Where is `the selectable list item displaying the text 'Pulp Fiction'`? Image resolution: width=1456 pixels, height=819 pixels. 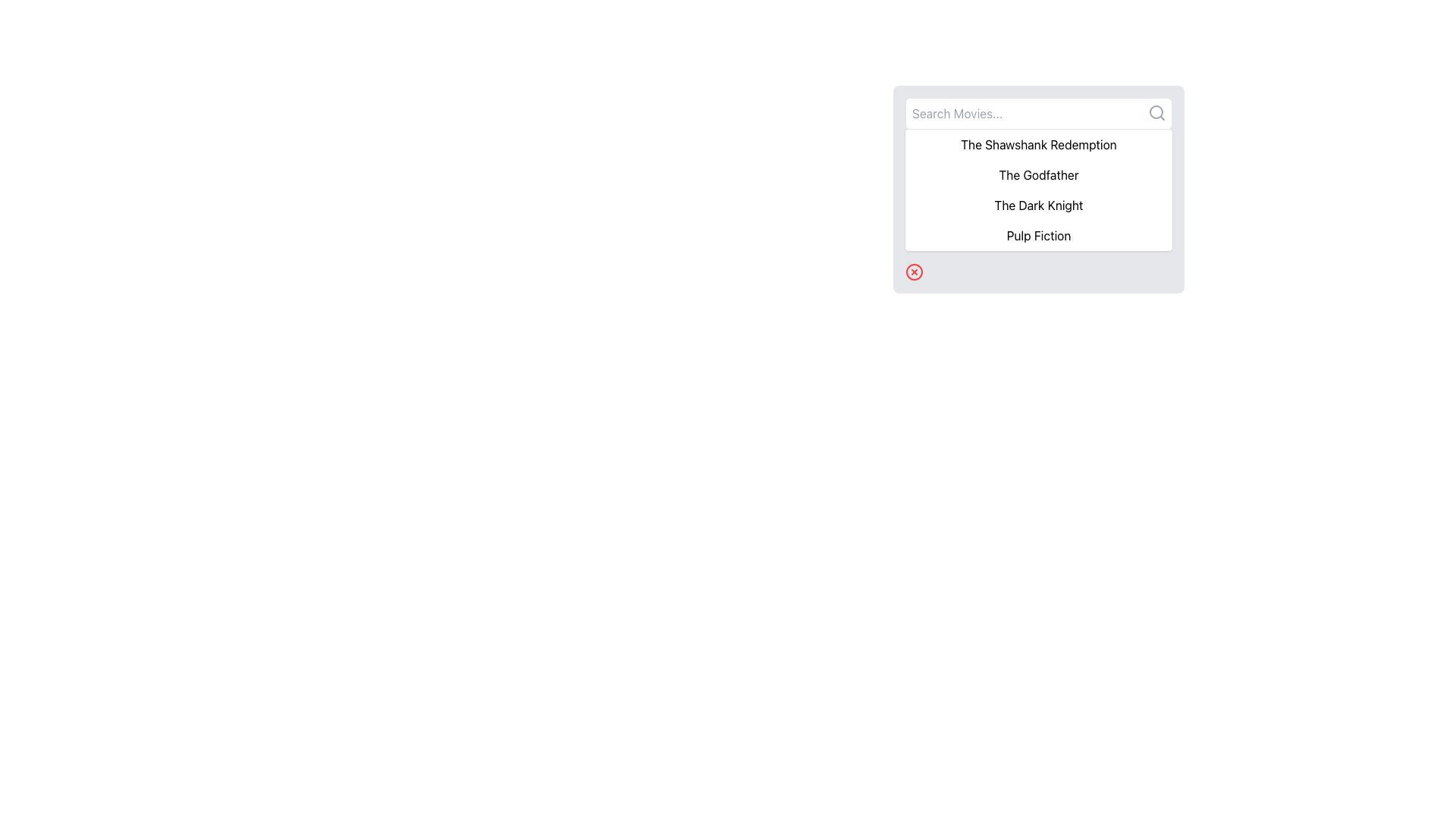 the selectable list item displaying the text 'Pulp Fiction' is located at coordinates (1037, 236).